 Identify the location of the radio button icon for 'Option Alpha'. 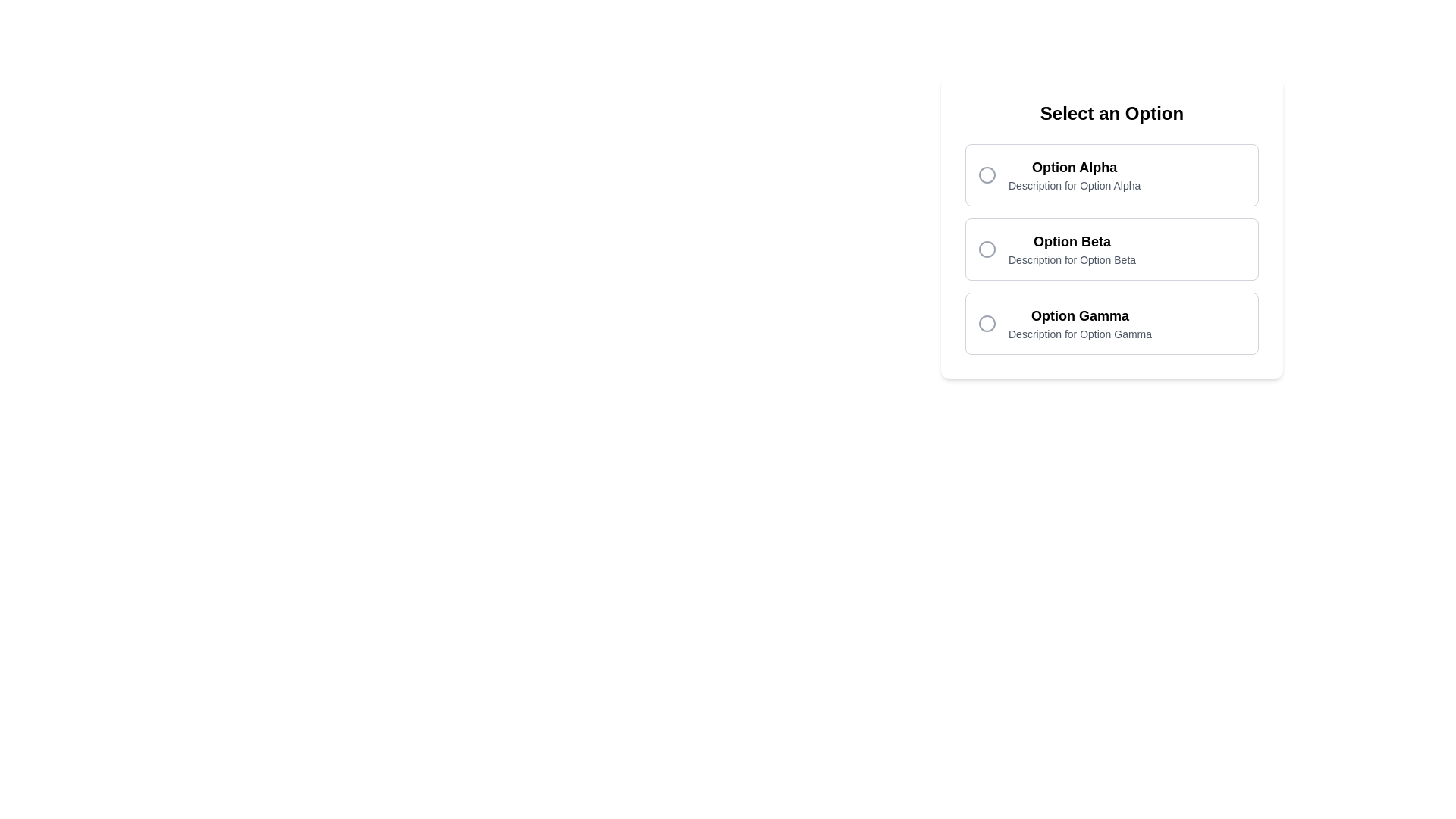
(987, 174).